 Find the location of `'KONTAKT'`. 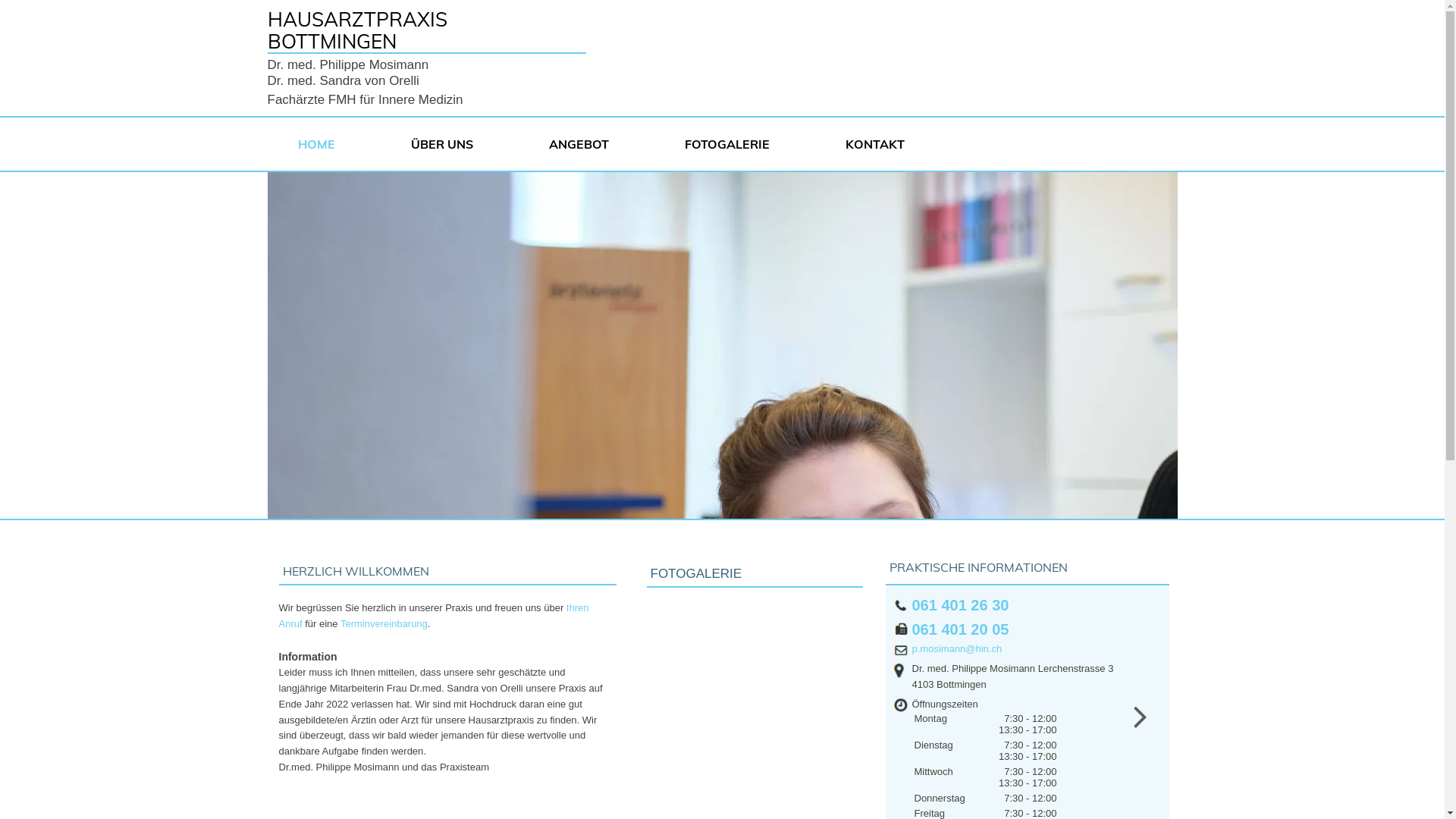

'KONTAKT' is located at coordinates (881, 143).